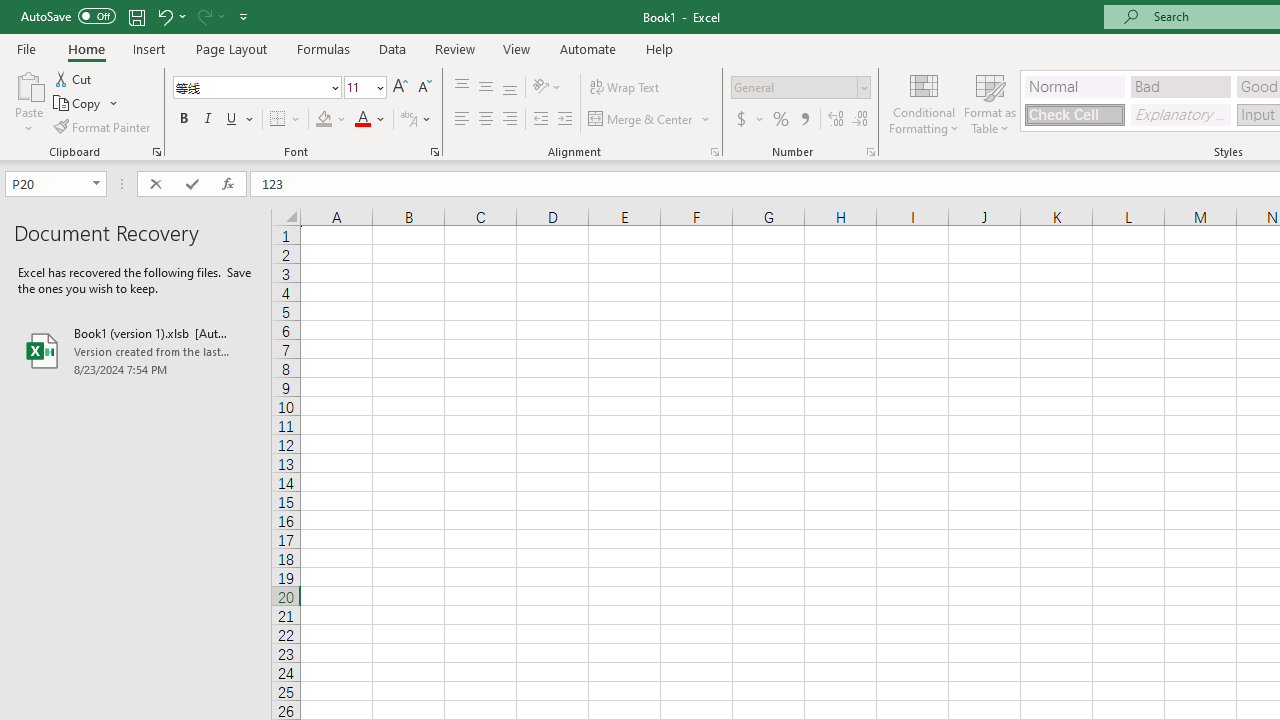 Image resolution: width=1280 pixels, height=720 pixels. I want to click on 'Font Color RGB(255, 0, 0)', so click(362, 119).